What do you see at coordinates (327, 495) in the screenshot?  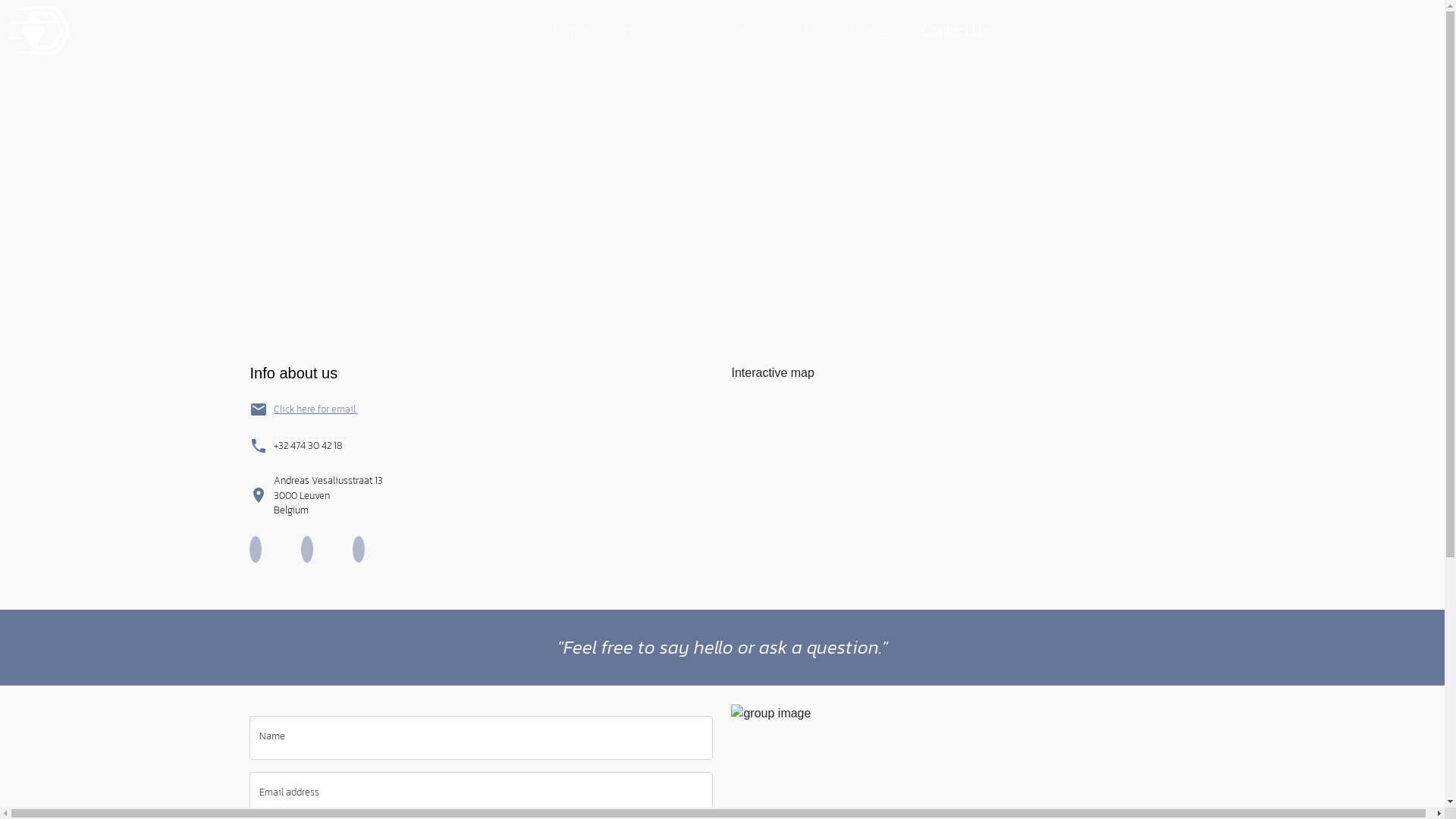 I see `'Andreas Vesaliusstraat 13` at bounding box center [327, 495].